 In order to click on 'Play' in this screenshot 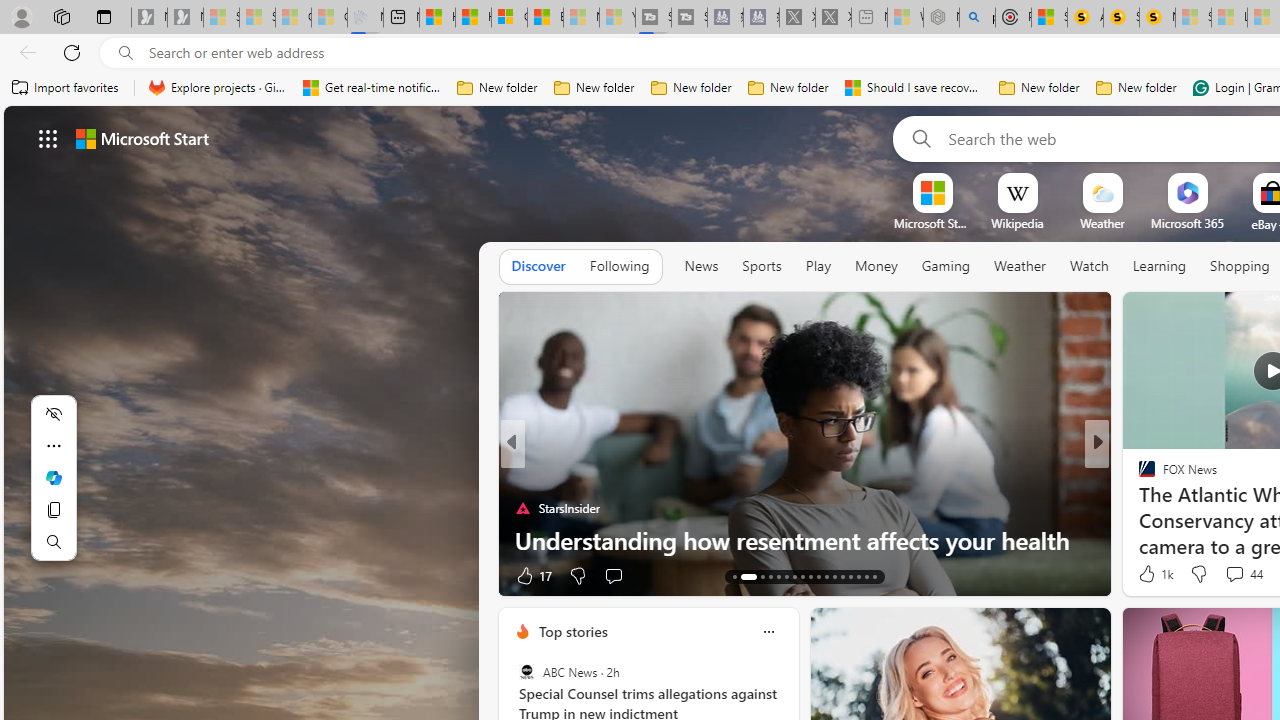, I will do `click(818, 266)`.